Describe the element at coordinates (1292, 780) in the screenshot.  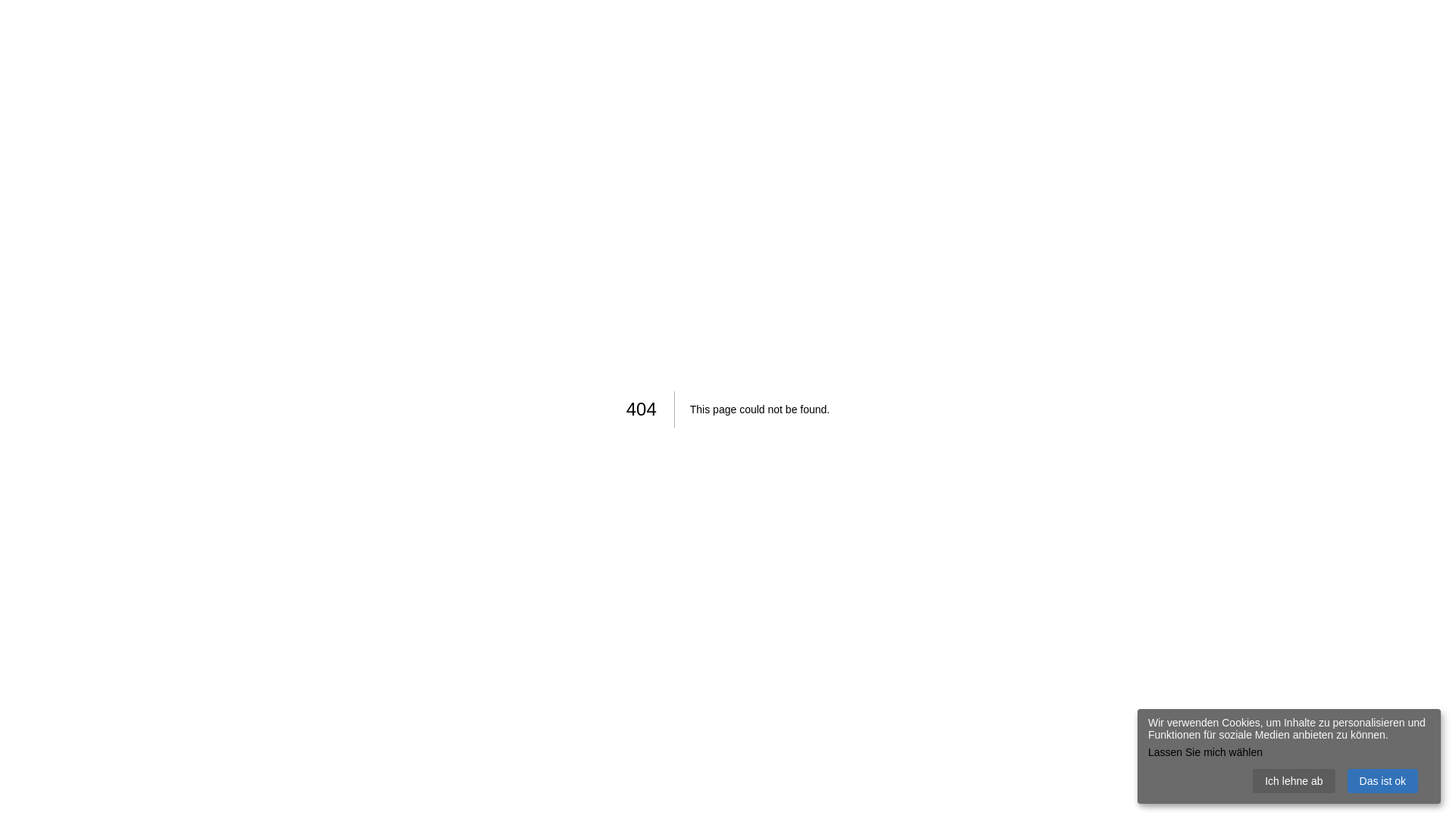
I see `'Ich lehne ab'` at that location.